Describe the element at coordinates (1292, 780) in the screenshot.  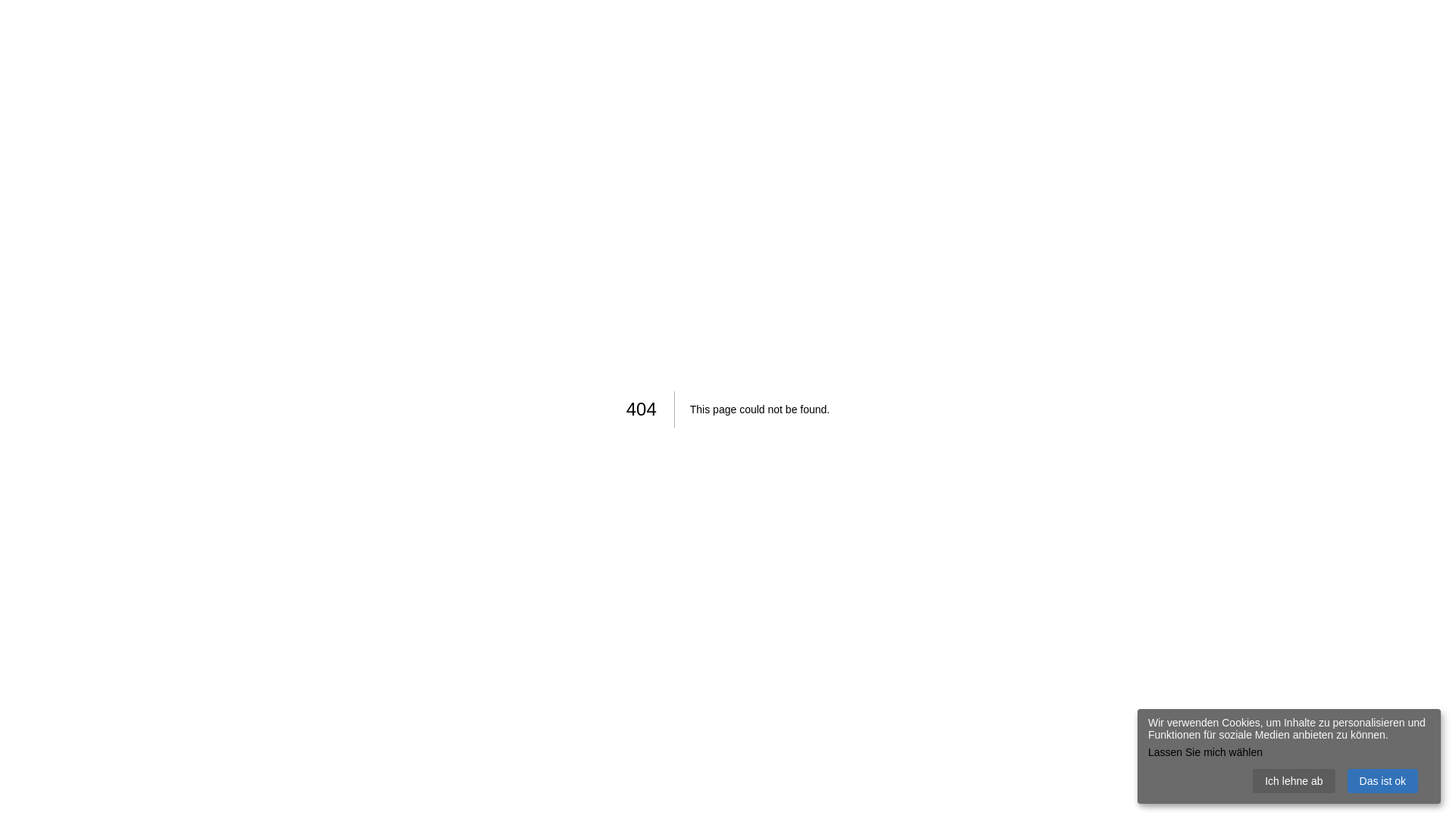
I see `'Ich lehne ab'` at that location.